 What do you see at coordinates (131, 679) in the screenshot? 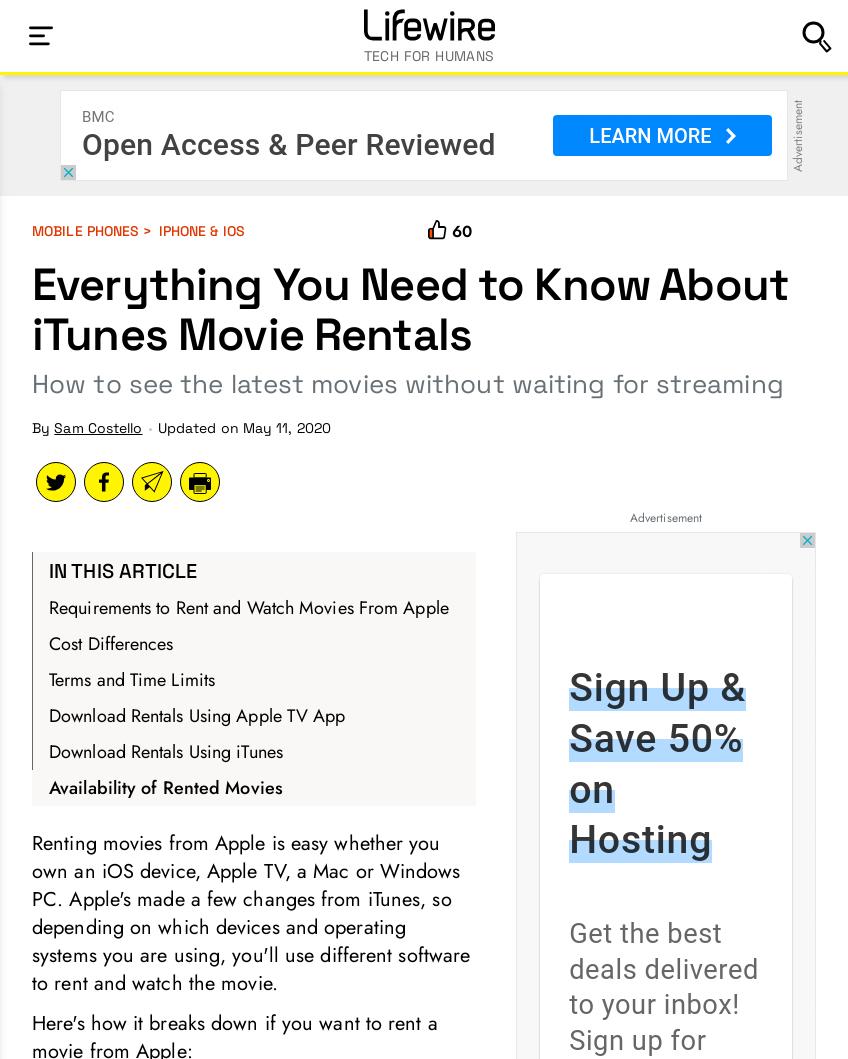
I see `'Terms and Time Limits'` at bounding box center [131, 679].